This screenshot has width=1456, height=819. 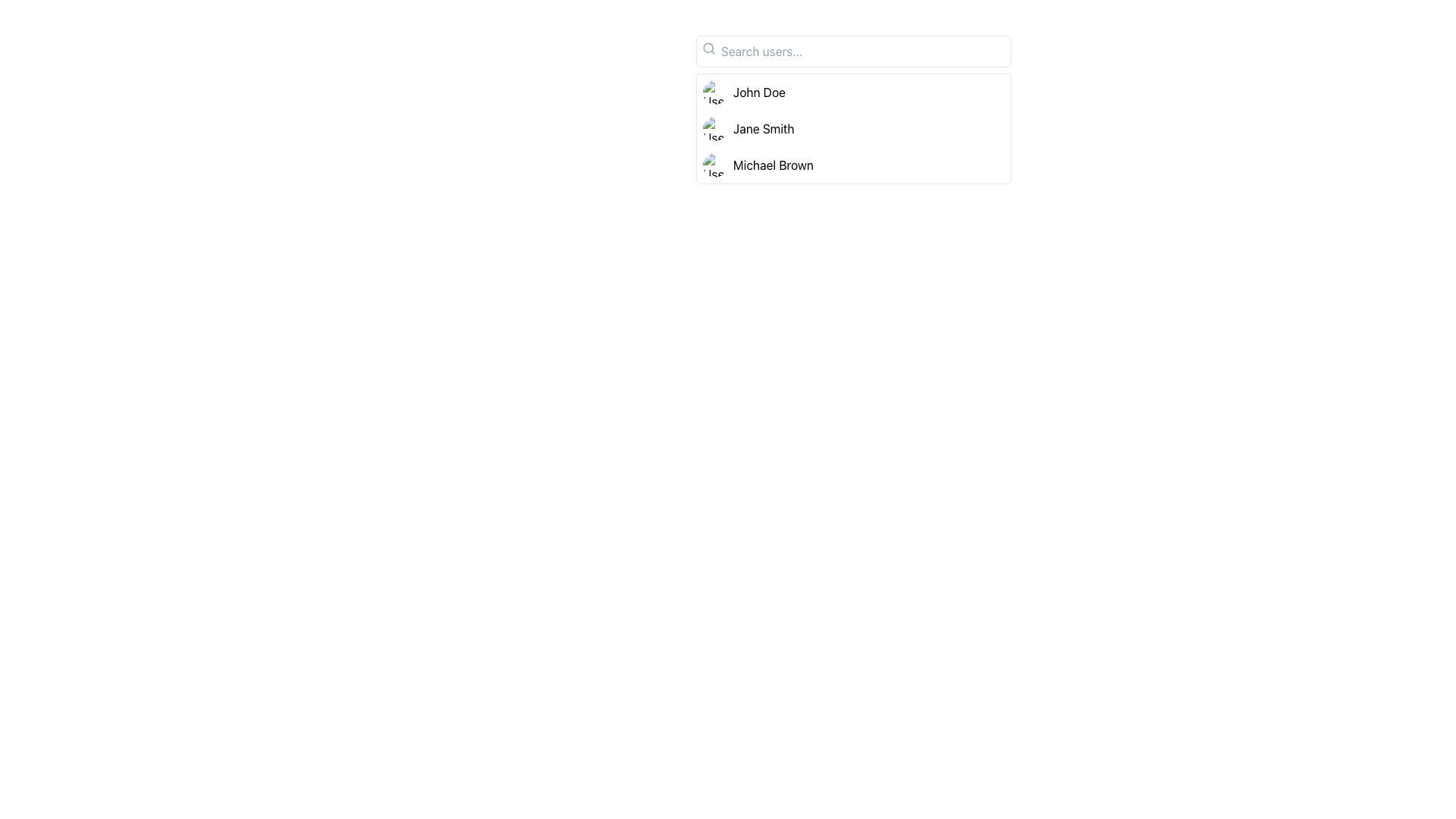 I want to click on the SVG Circle element that represents the circular part of the magnifying glass icon, so click(x=708, y=47).